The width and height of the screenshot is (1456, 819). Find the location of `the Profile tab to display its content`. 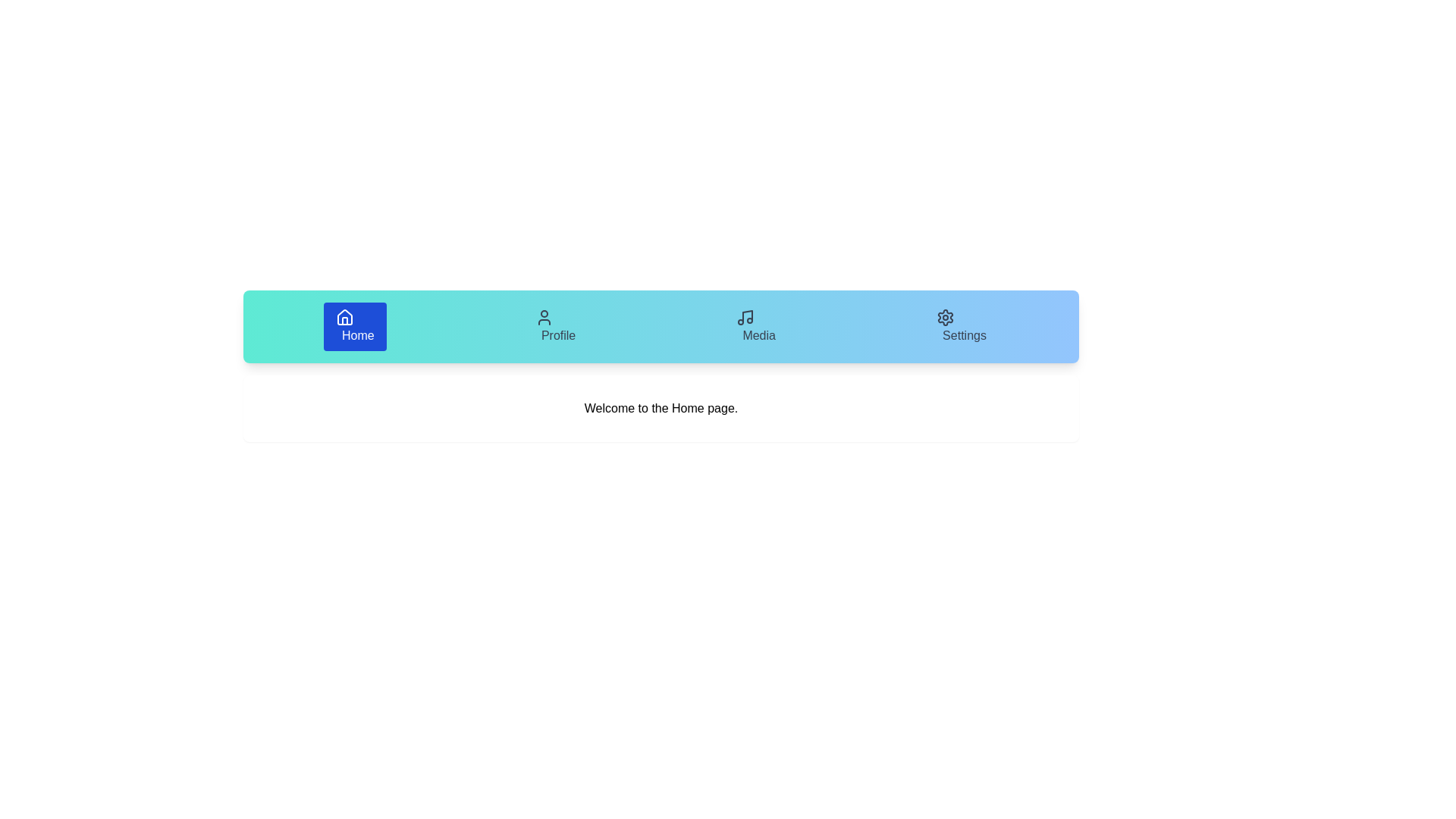

the Profile tab to display its content is located at coordinates (554, 326).